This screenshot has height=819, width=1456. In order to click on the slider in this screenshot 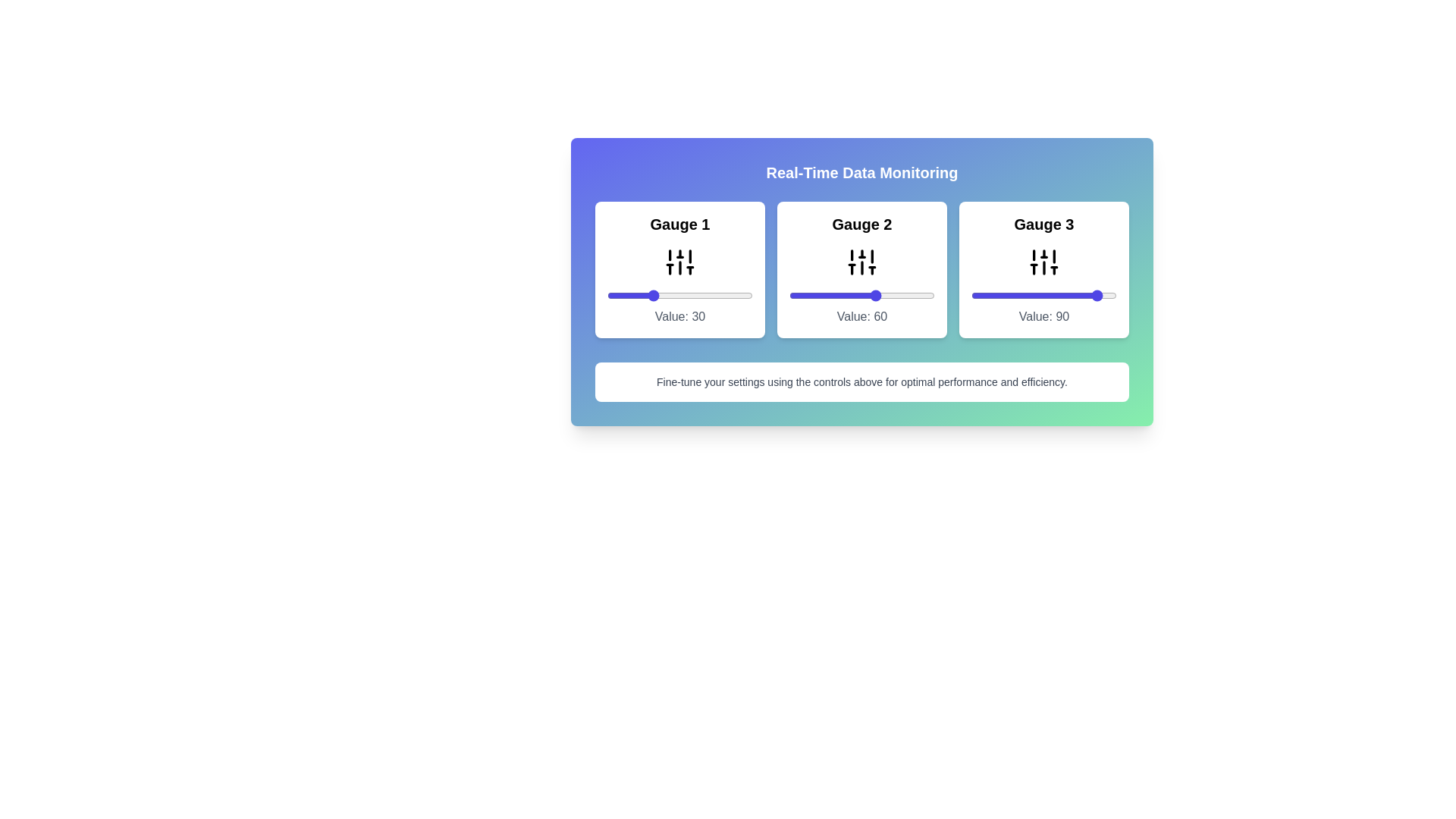, I will do `click(841, 295)`.